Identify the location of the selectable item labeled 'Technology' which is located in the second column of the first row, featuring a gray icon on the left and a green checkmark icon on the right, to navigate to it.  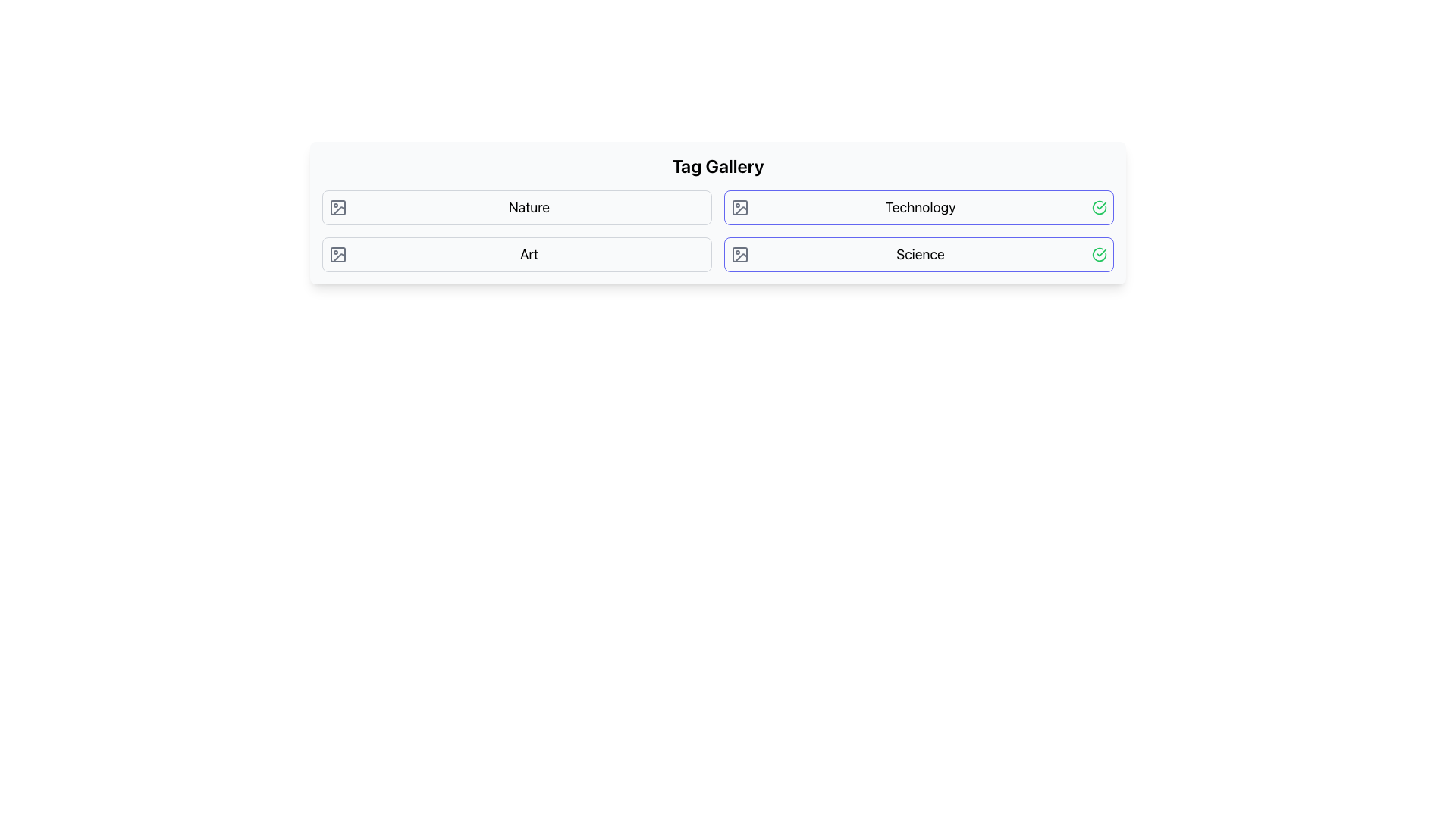
(918, 207).